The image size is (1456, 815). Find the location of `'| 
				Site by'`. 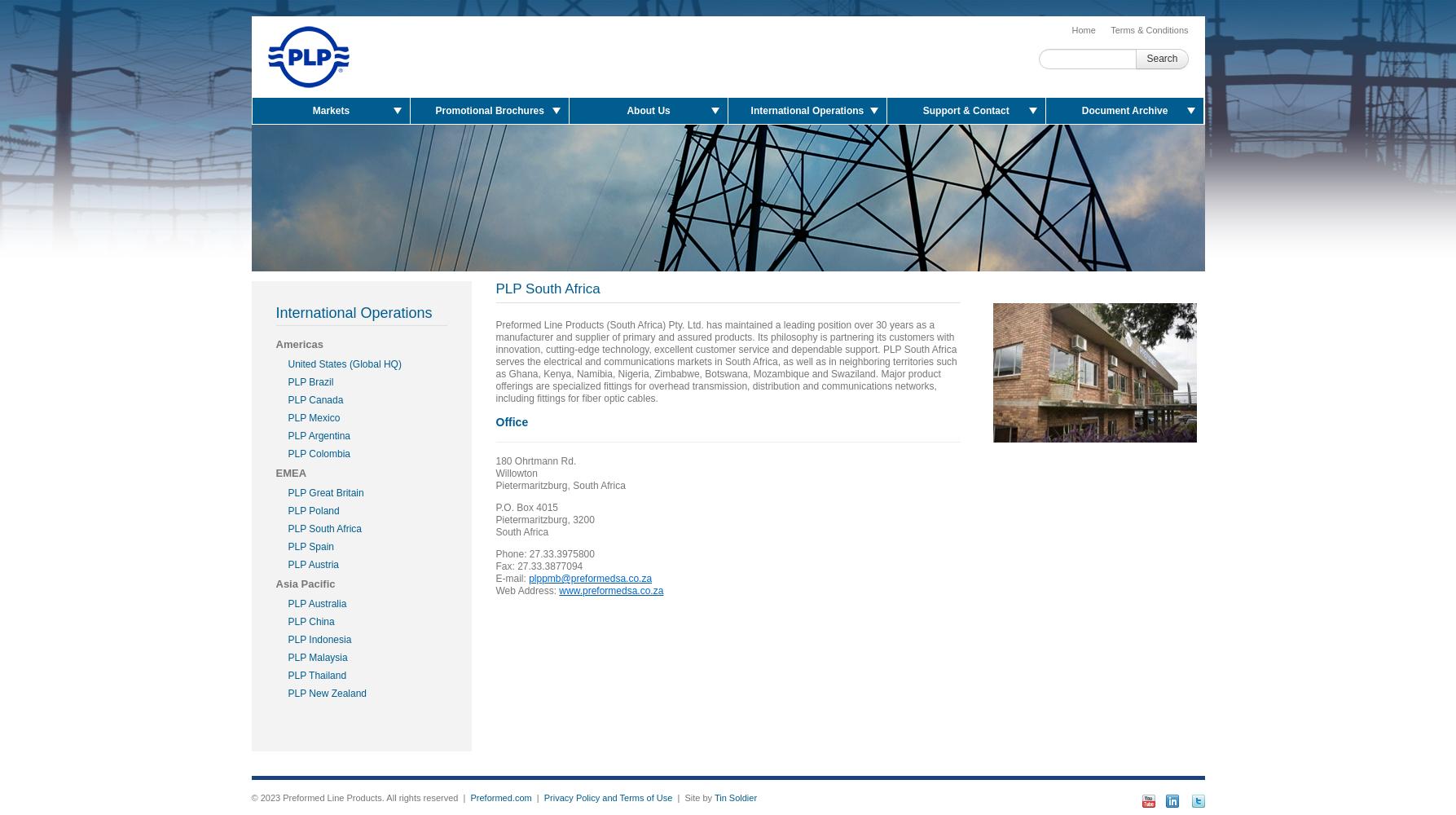

'| 
				Site by' is located at coordinates (672, 797).